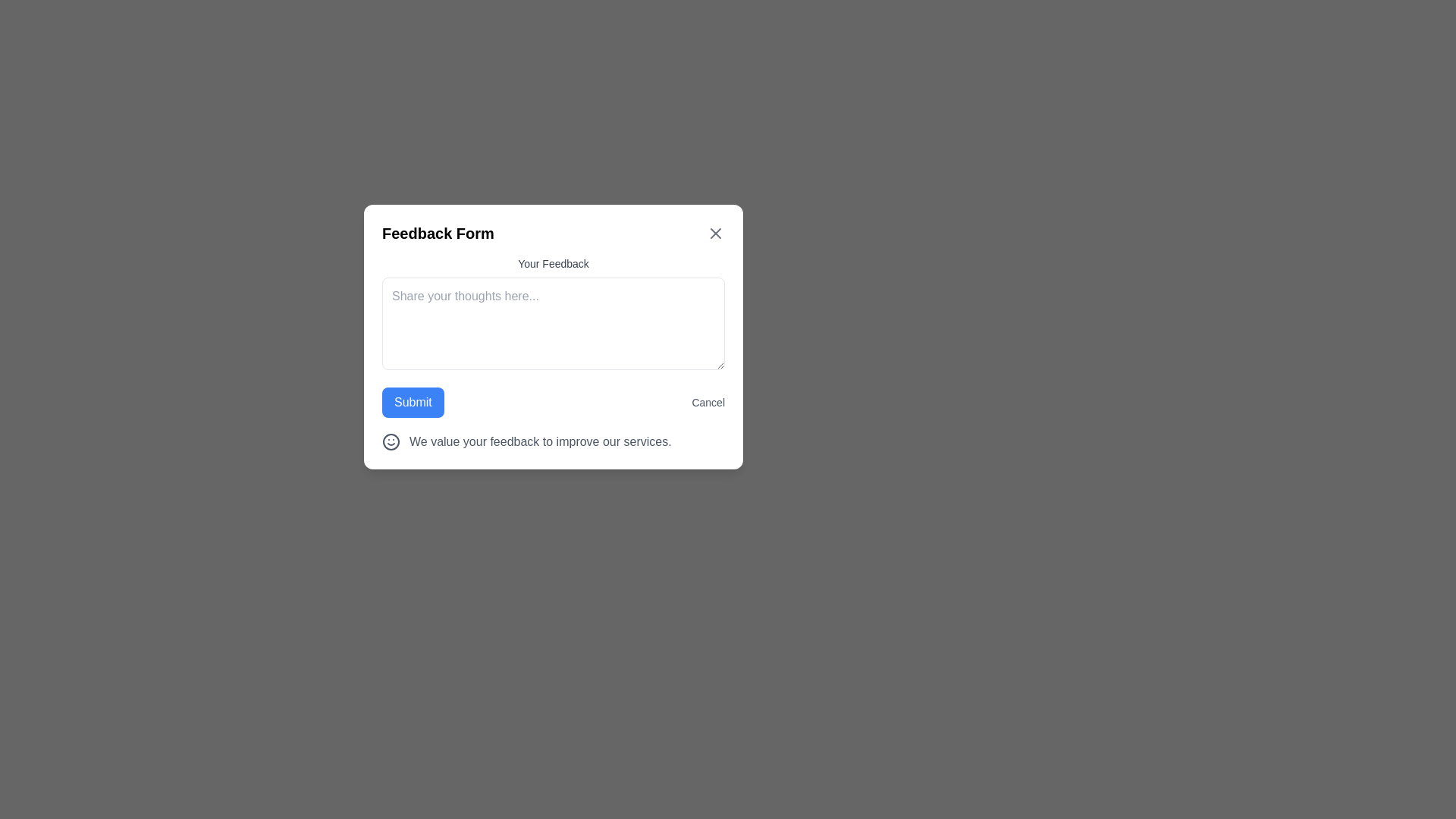 This screenshot has width=1456, height=819. What do you see at coordinates (540, 441) in the screenshot?
I see `the text label reading 'We value your feedback to improve our services.' located in the 'Feedback Form' modal, positioned centrally below the 'Submit' and 'Cancel' buttons, to read it more clearly` at bounding box center [540, 441].